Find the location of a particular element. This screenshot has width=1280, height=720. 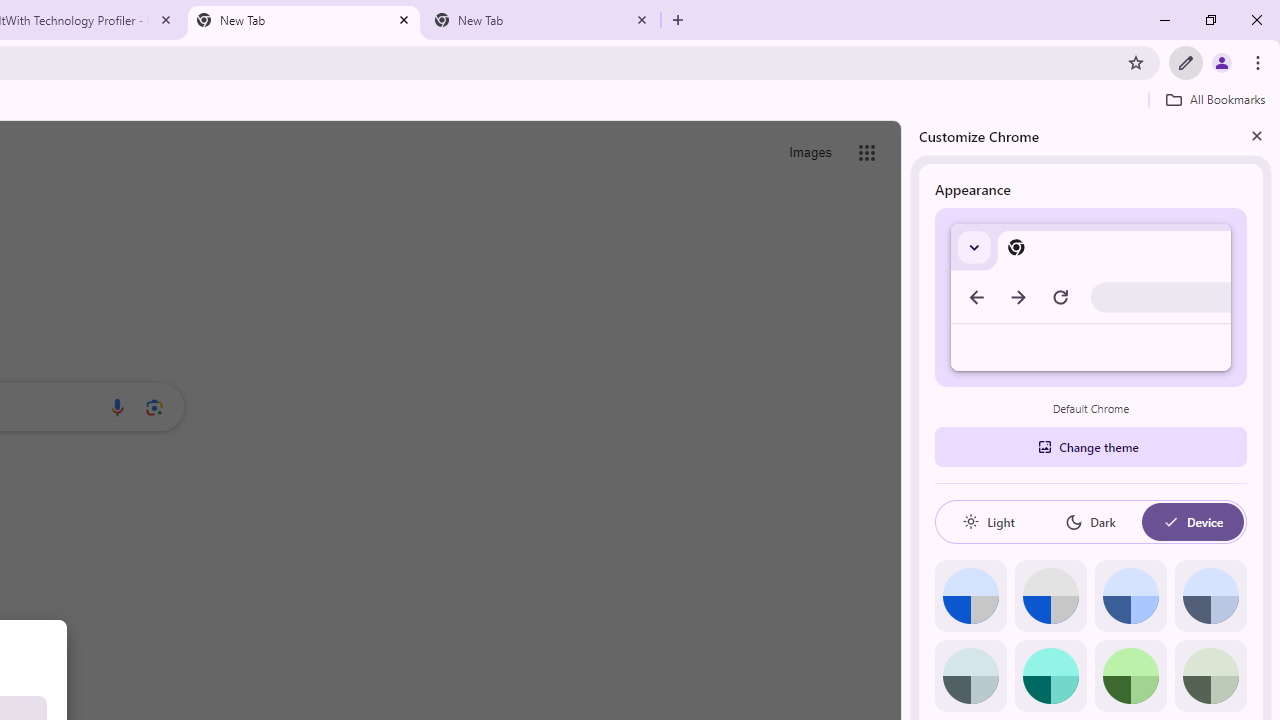

'Default color' is located at coordinates (970, 595).